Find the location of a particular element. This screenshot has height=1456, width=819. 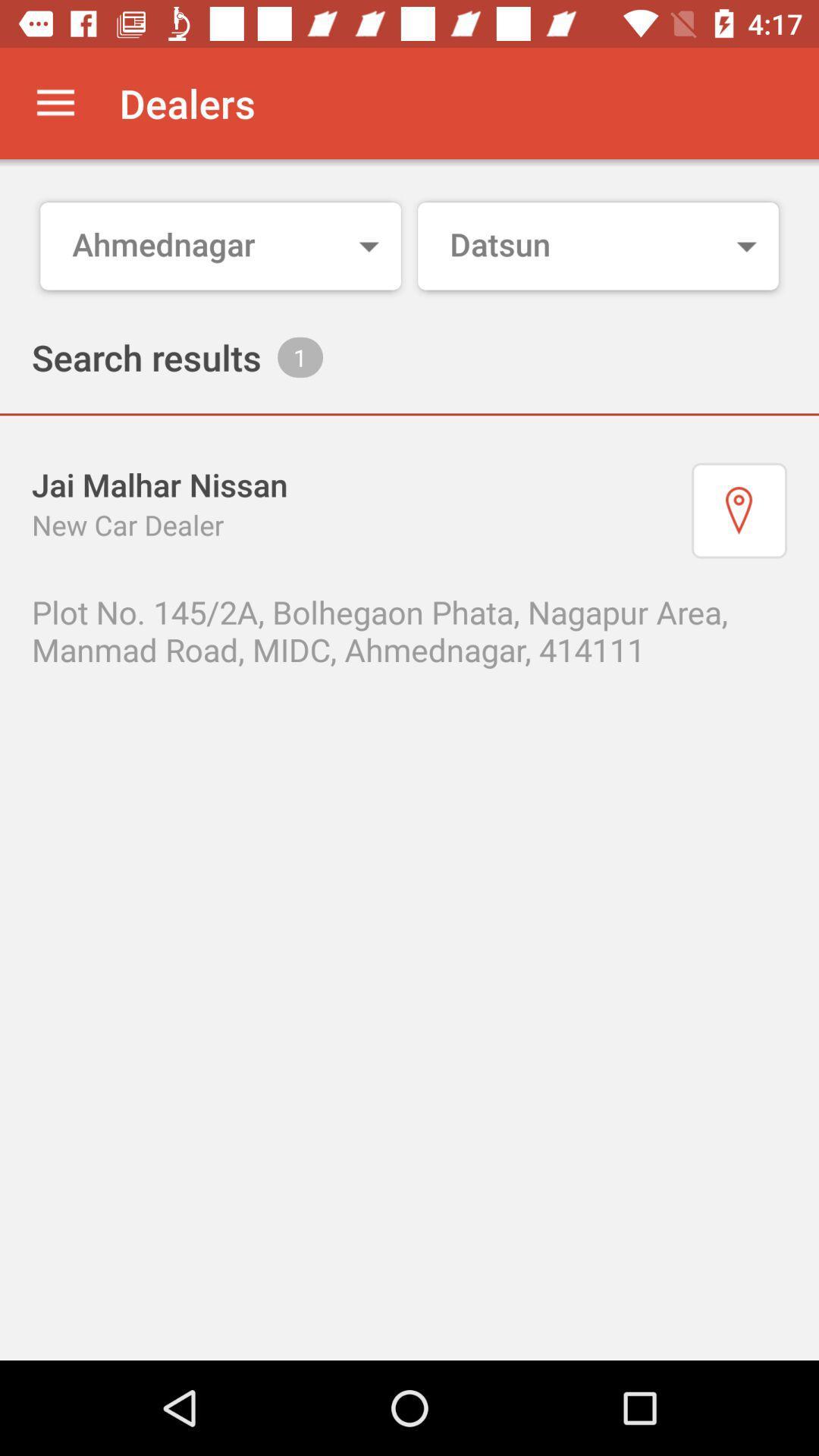

show location is located at coordinates (739, 510).